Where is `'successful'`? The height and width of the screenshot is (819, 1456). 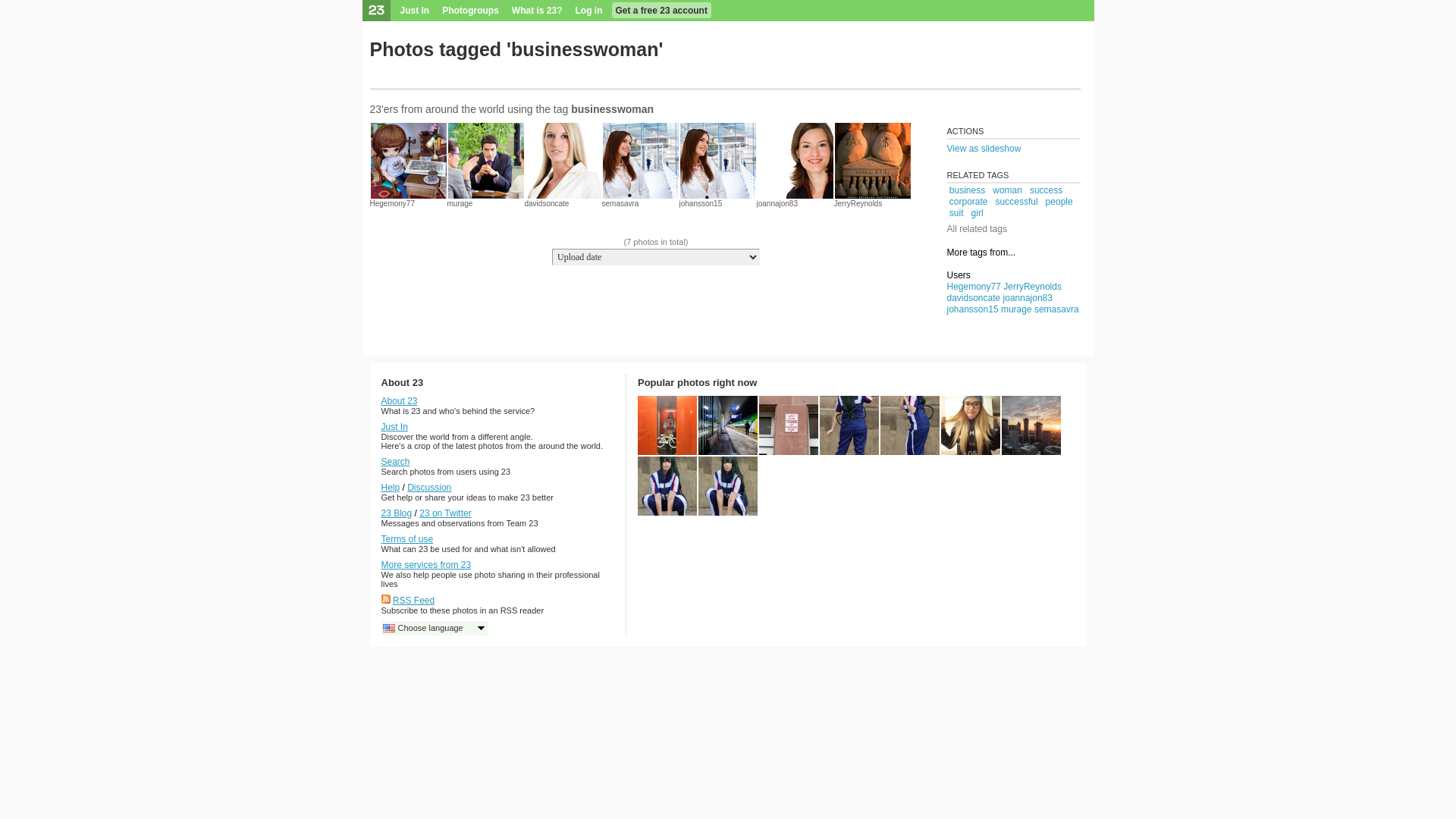 'successful' is located at coordinates (1016, 201).